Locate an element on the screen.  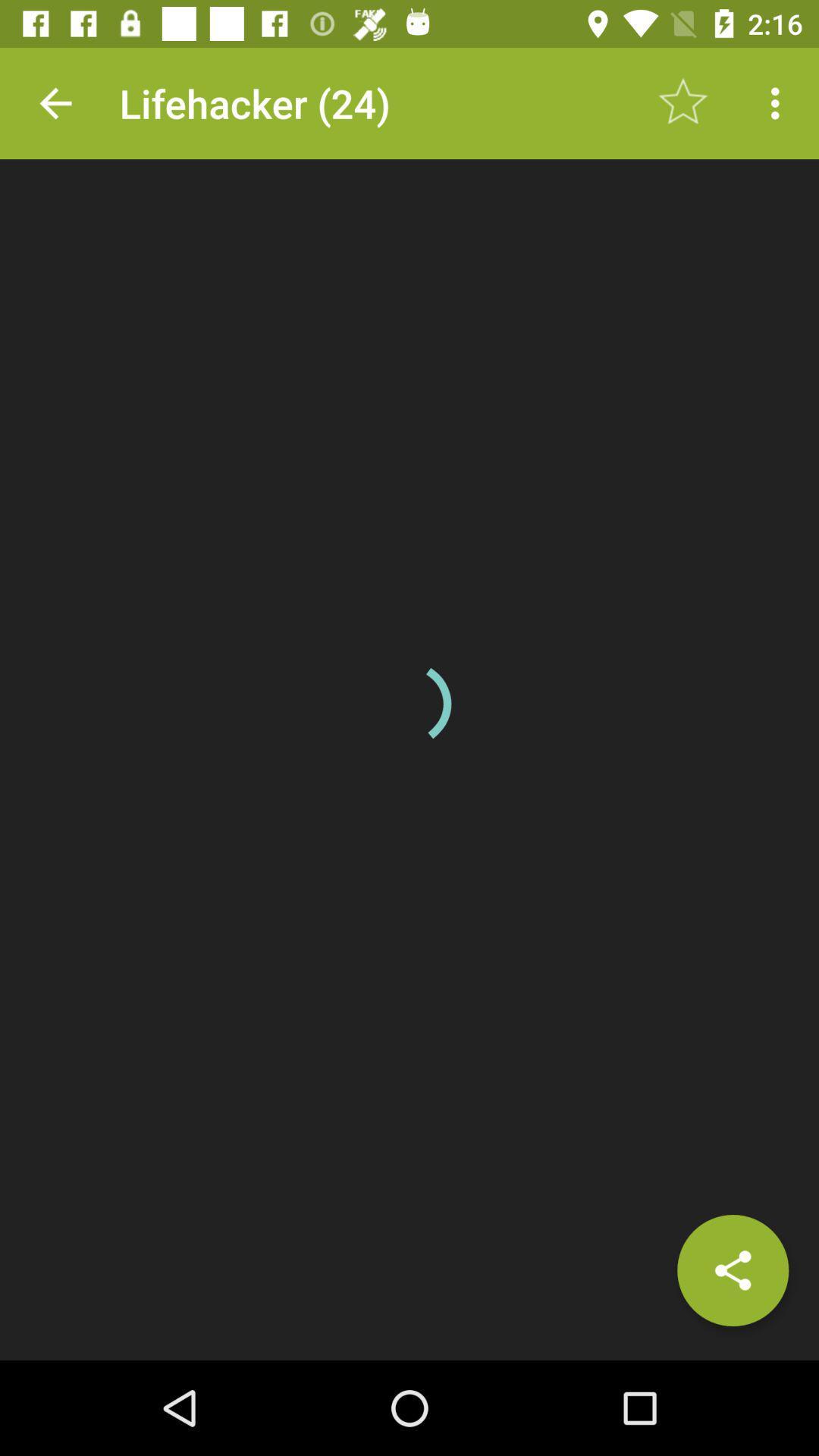
share the article is located at coordinates (732, 1270).